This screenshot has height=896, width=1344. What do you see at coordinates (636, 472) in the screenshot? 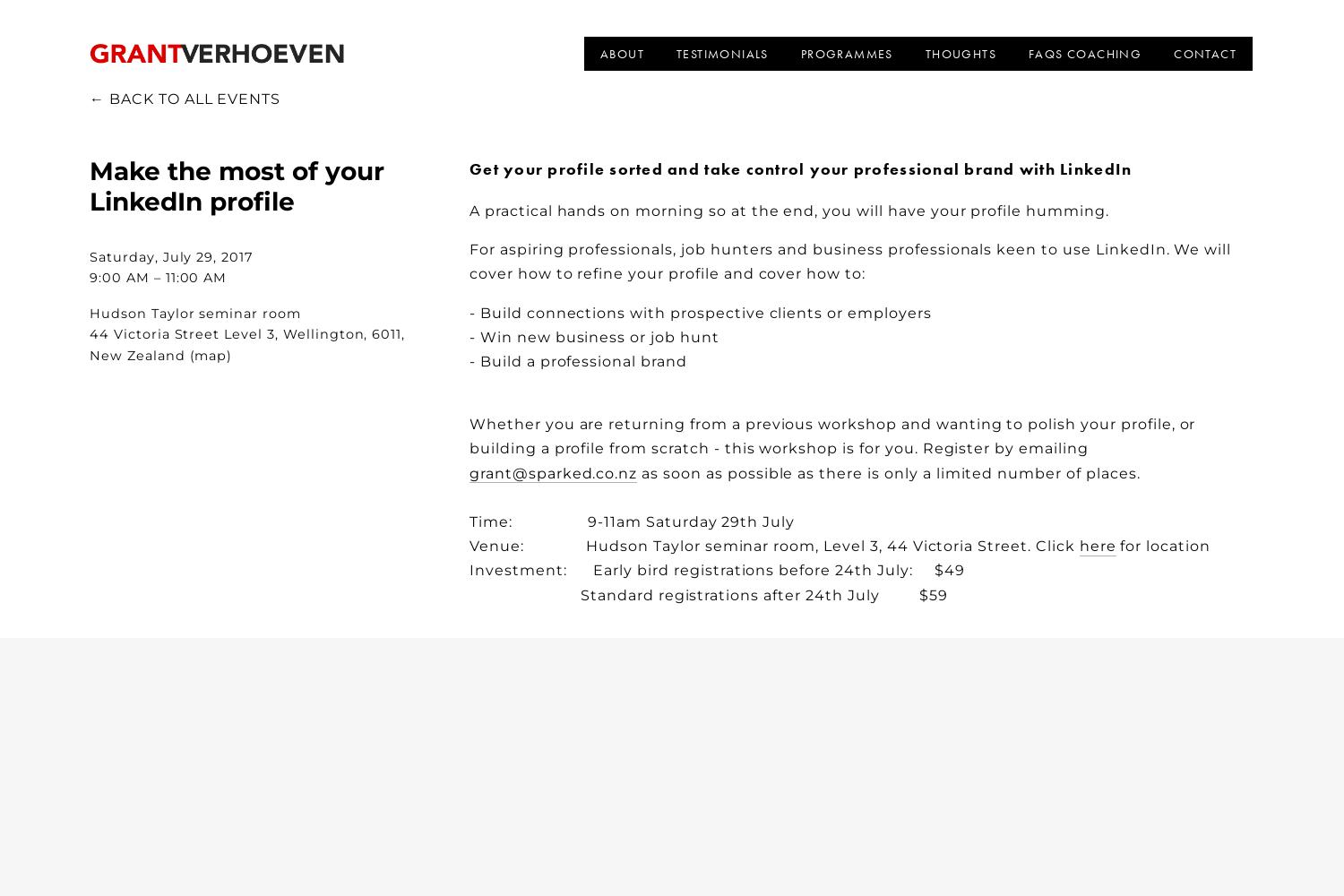
I see `'as soon as possible as there is only a limited number of places.'` at bounding box center [636, 472].